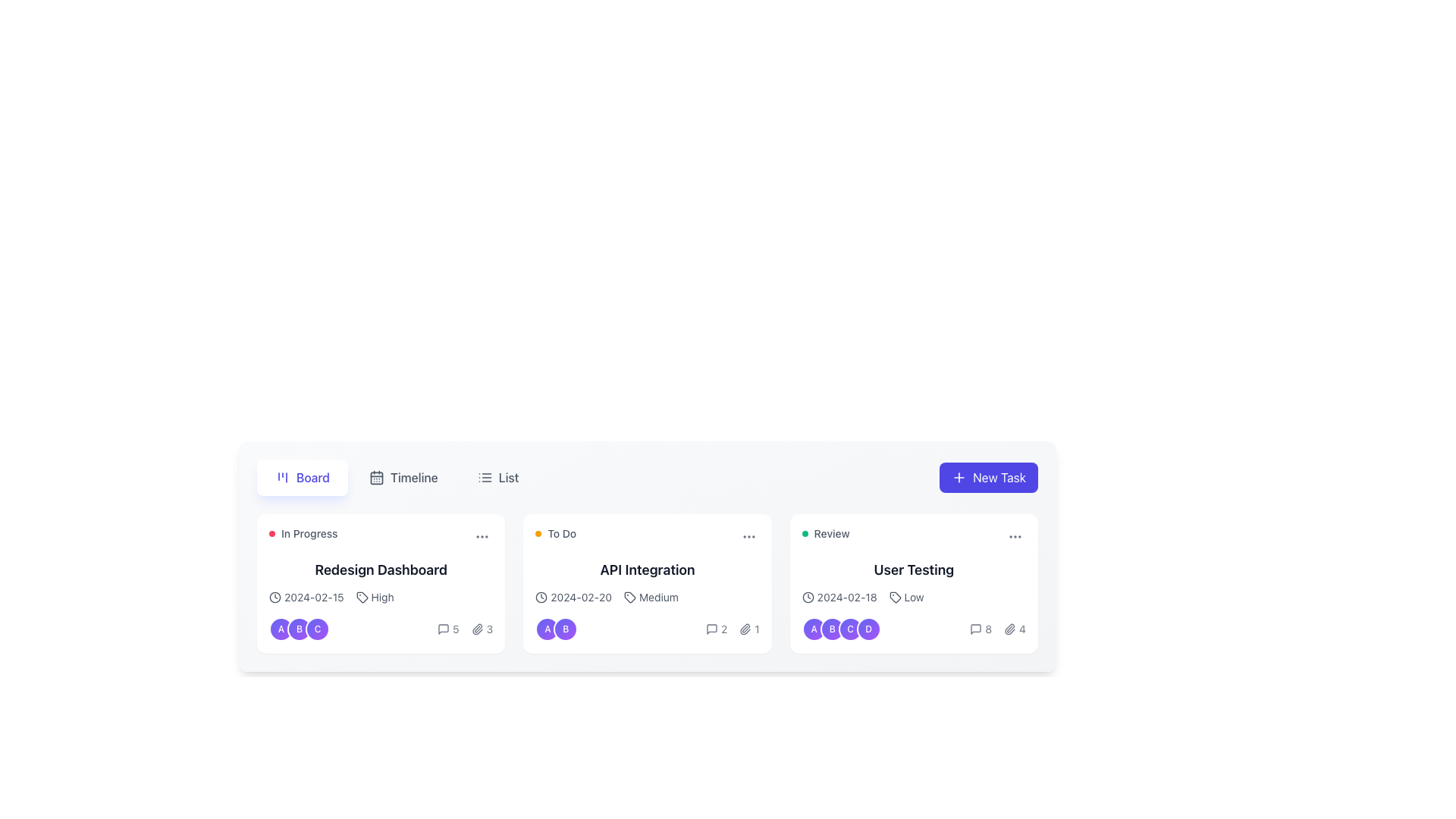 This screenshot has height=819, width=1456. Describe the element at coordinates (998, 629) in the screenshot. I see `the icons in the Text and Icon Group located in the bottom-right area of the 'User Testing' UI card to interact with associated actions like viewing attachments` at that location.